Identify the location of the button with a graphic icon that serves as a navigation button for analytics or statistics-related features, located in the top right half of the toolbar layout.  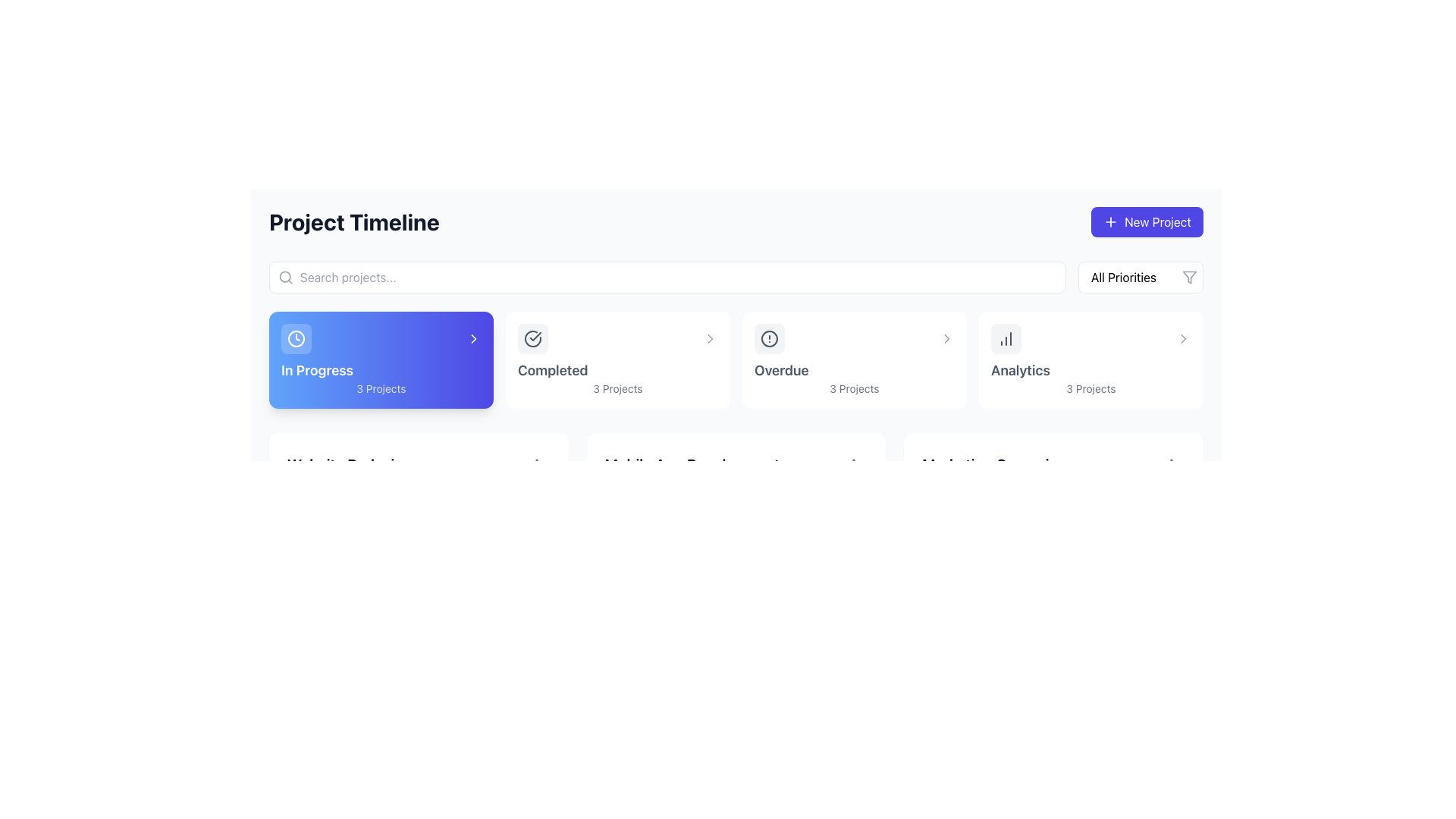
(1006, 338).